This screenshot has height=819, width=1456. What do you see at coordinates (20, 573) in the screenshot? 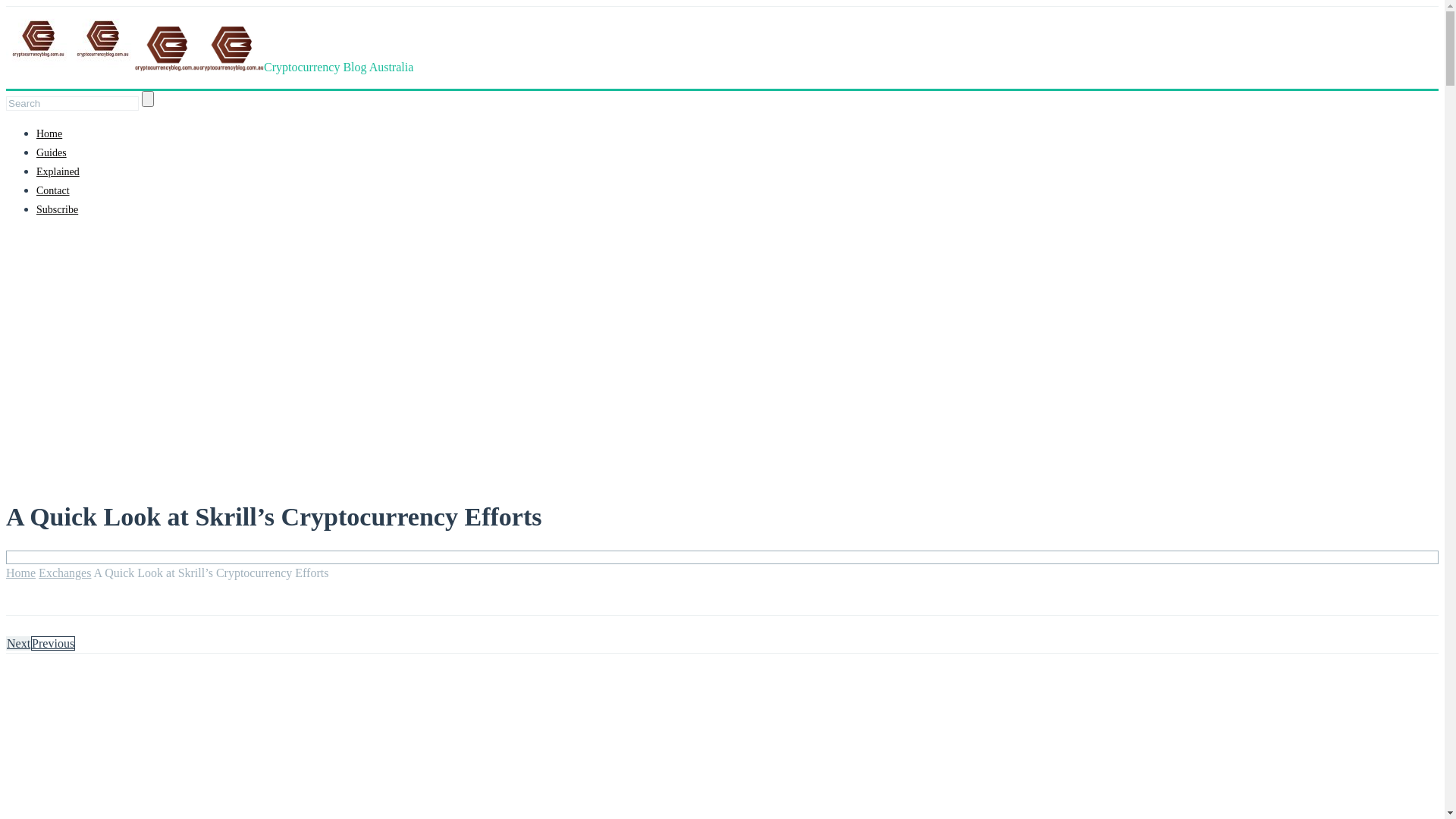
I see `'Home'` at bounding box center [20, 573].